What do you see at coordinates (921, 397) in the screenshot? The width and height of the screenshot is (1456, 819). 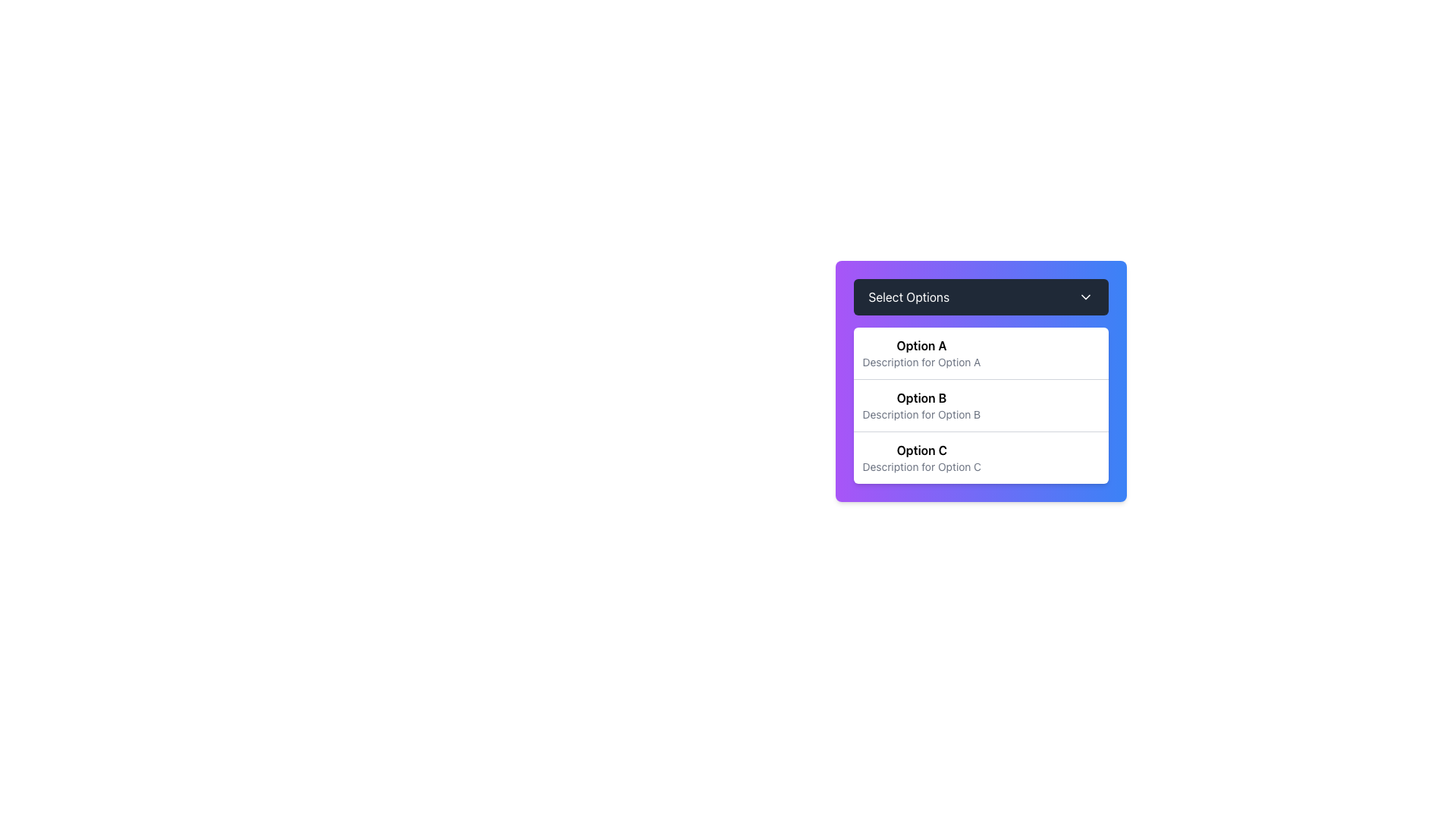 I see `the text label for 'Option B' located in the middle item of the dropdown menu, which precedes its description text` at bounding box center [921, 397].